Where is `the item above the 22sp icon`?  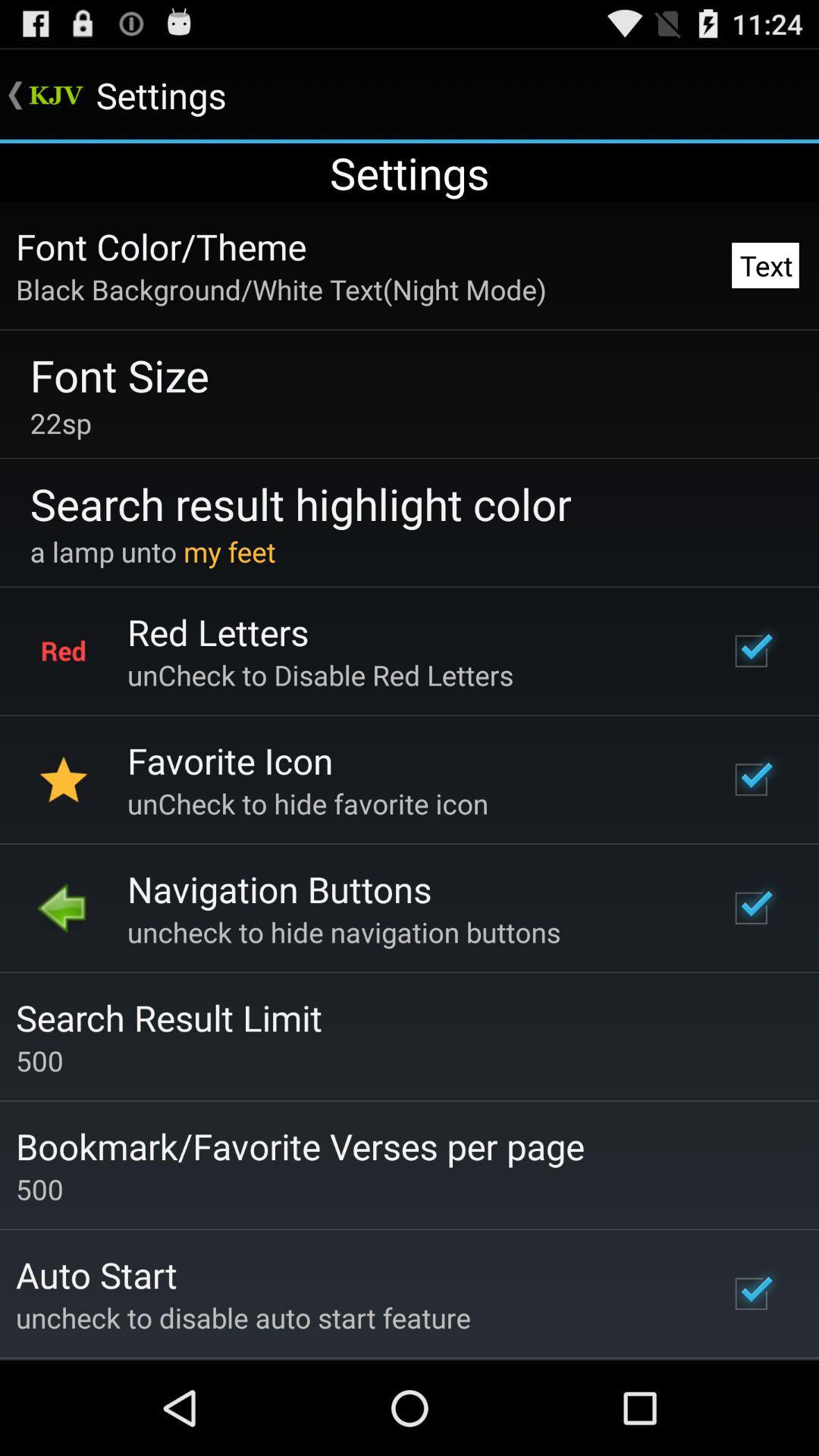
the item above the 22sp icon is located at coordinates (118, 375).